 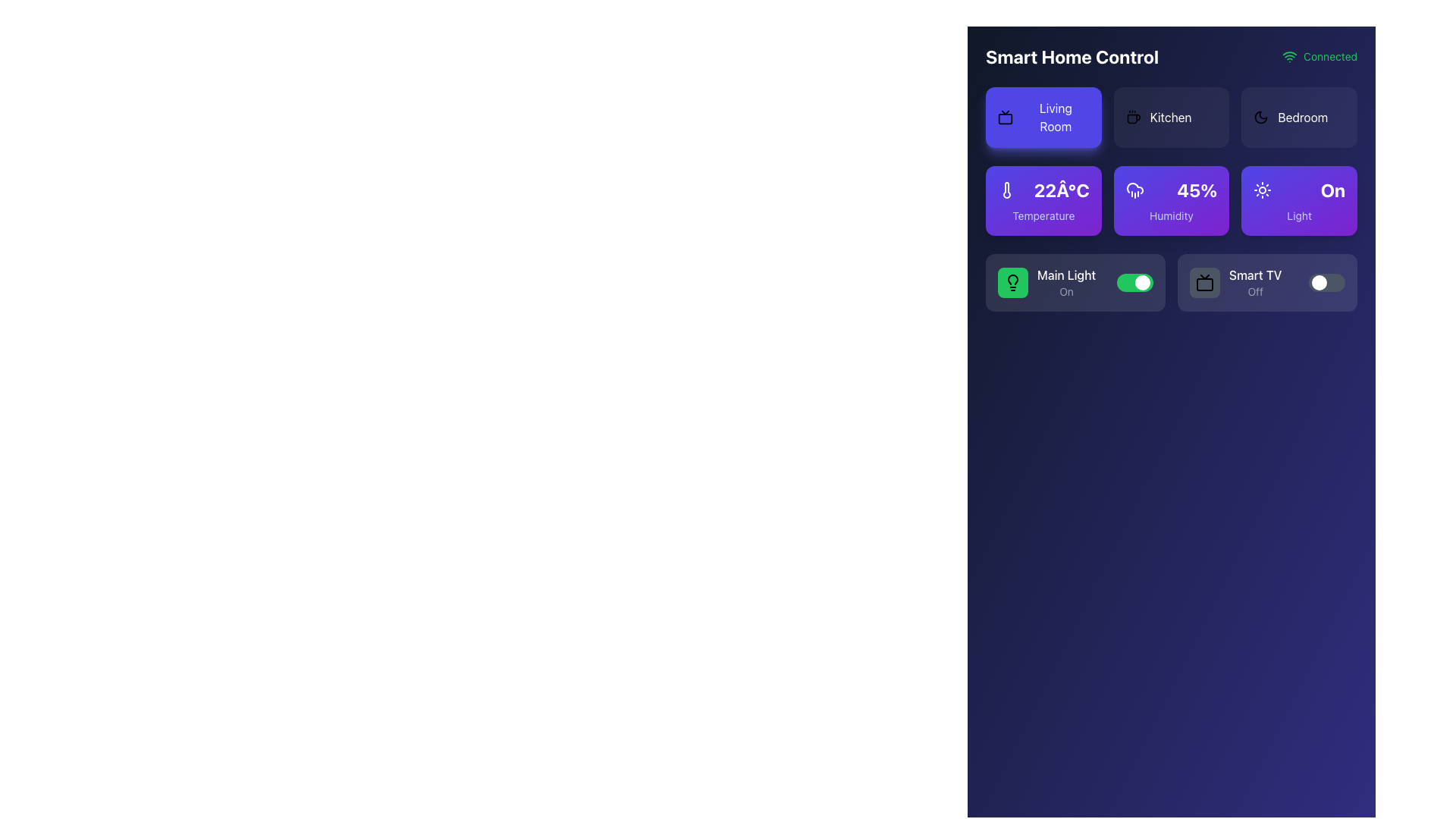 What do you see at coordinates (1055, 116) in the screenshot?
I see `the 'Living Room' button located at the top left of the grid layout under 'Smart Home Control'` at bounding box center [1055, 116].